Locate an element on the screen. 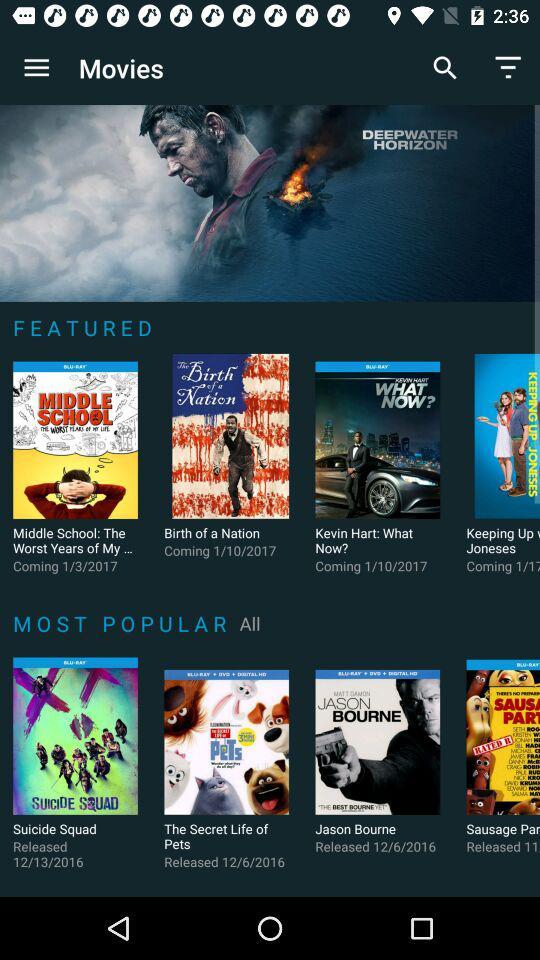 The image size is (540, 960). icon next to all is located at coordinates (123, 622).